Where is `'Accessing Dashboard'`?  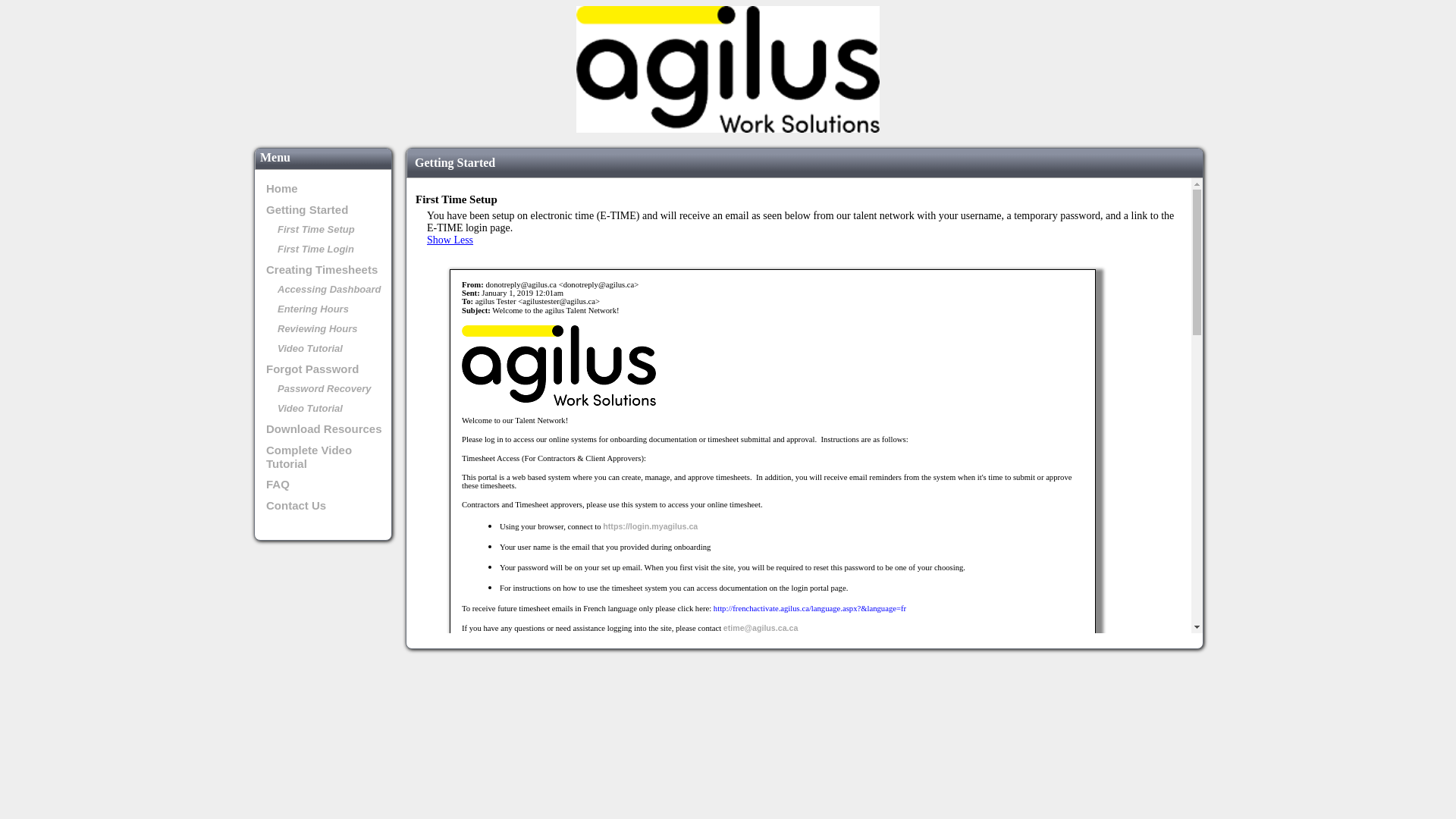
'Accessing Dashboard' is located at coordinates (277, 289).